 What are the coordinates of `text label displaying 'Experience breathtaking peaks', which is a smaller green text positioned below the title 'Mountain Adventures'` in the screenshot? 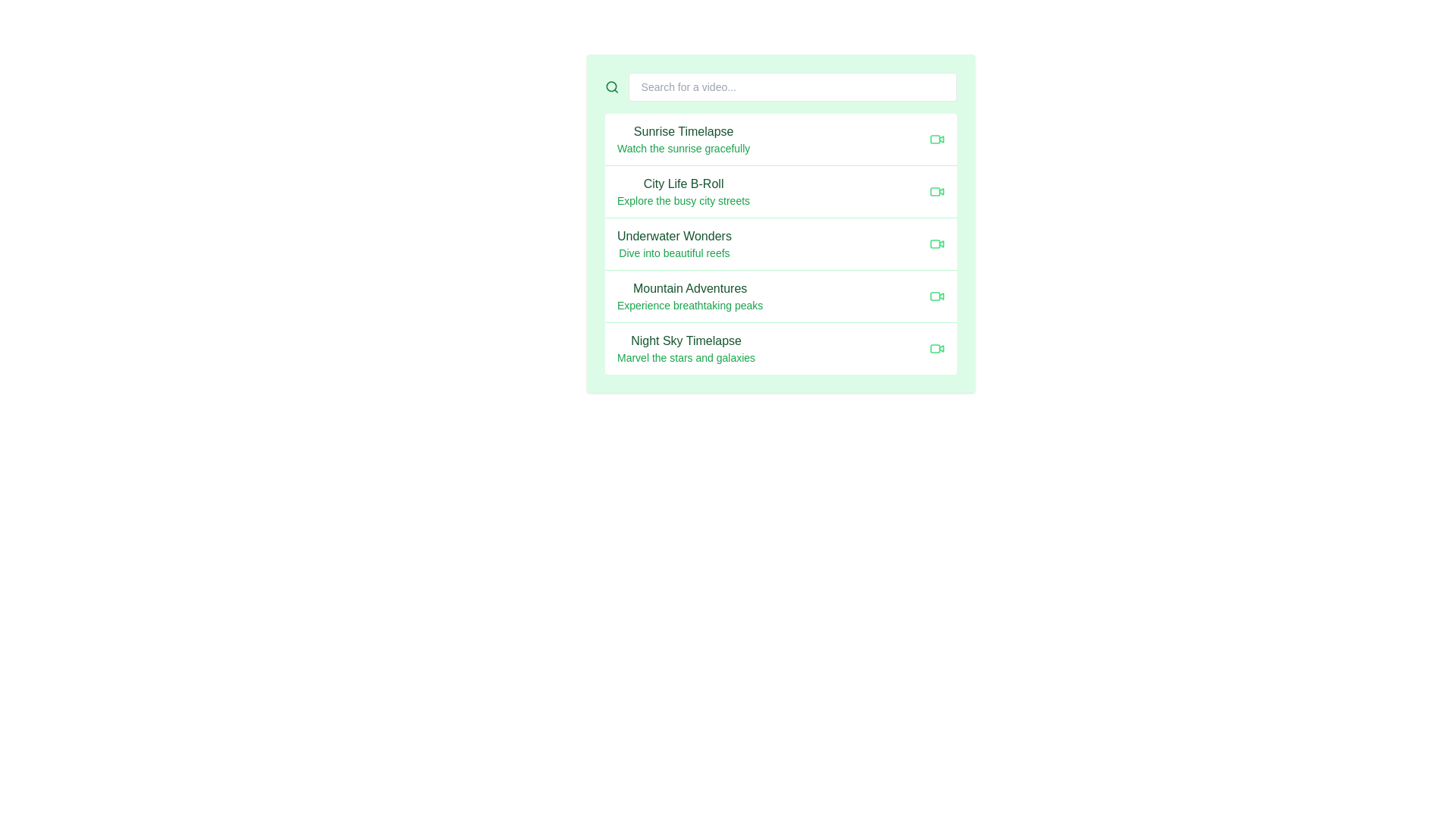 It's located at (689, 305).